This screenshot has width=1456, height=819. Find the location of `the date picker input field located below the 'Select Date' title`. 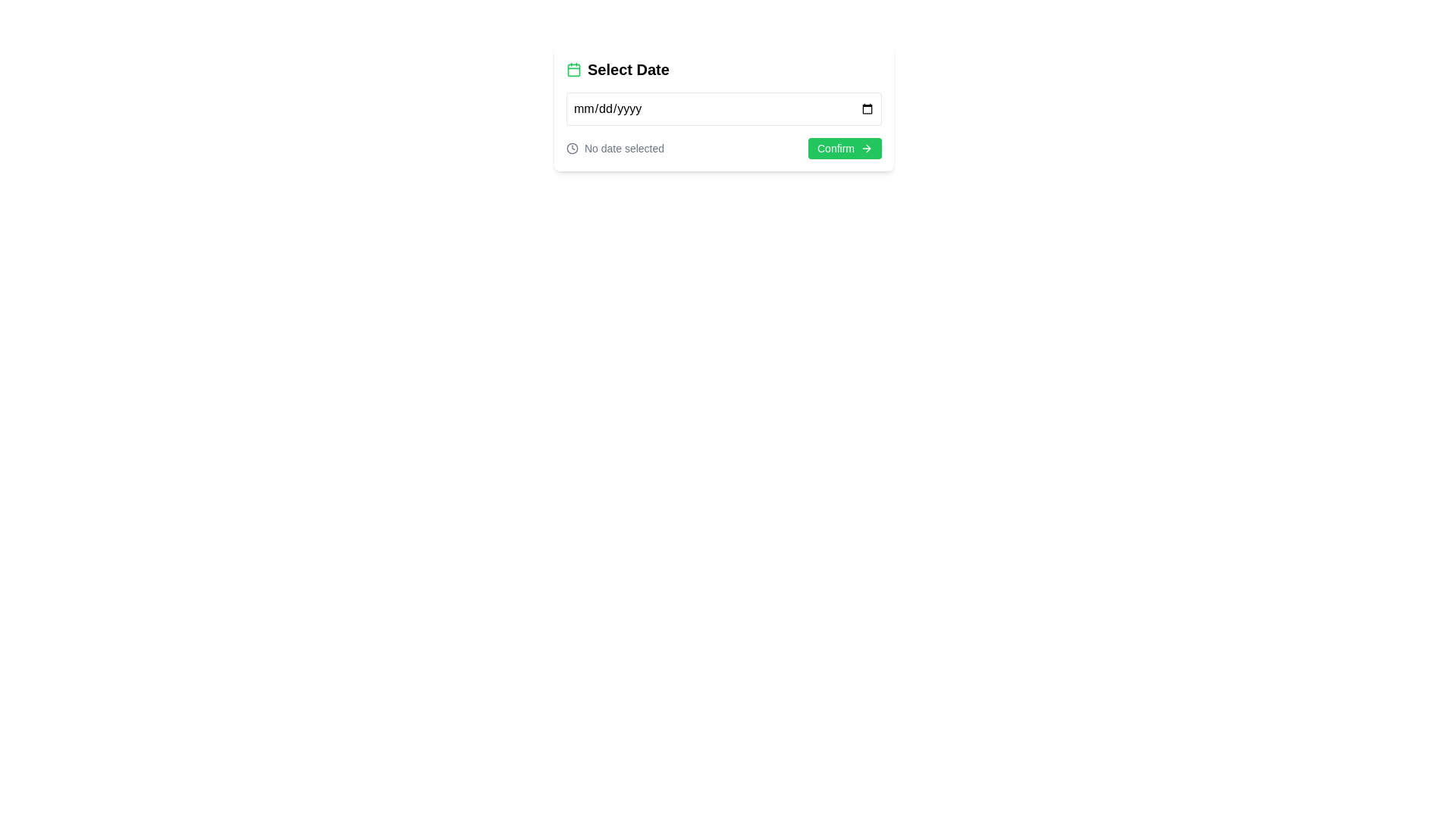

the date picker input field located below the 'Select Date' title is located at coordinates (723, 108).